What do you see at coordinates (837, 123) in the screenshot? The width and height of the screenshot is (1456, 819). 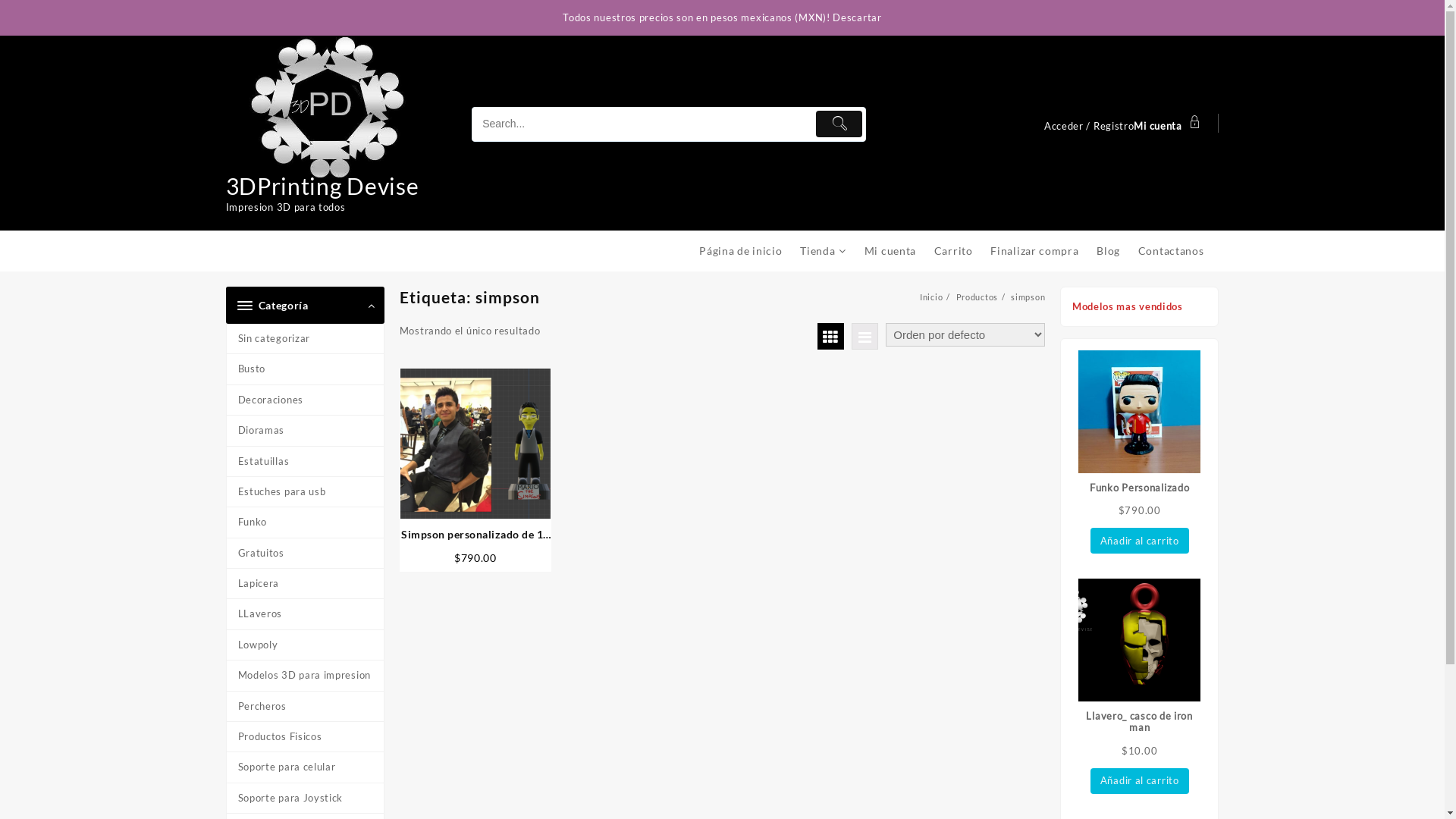 I see `'Submit'` at bounding box center [837, 123].